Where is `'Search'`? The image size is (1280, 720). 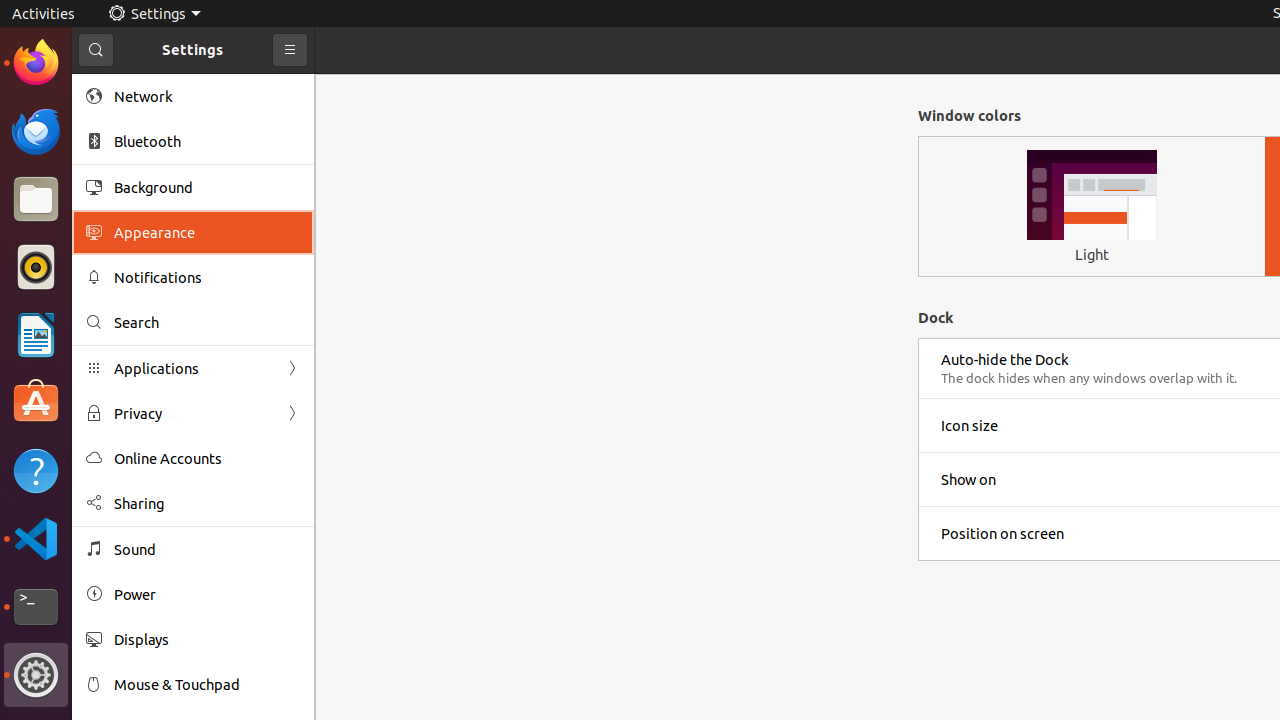 'Search' is located at coordinates (206, 321).